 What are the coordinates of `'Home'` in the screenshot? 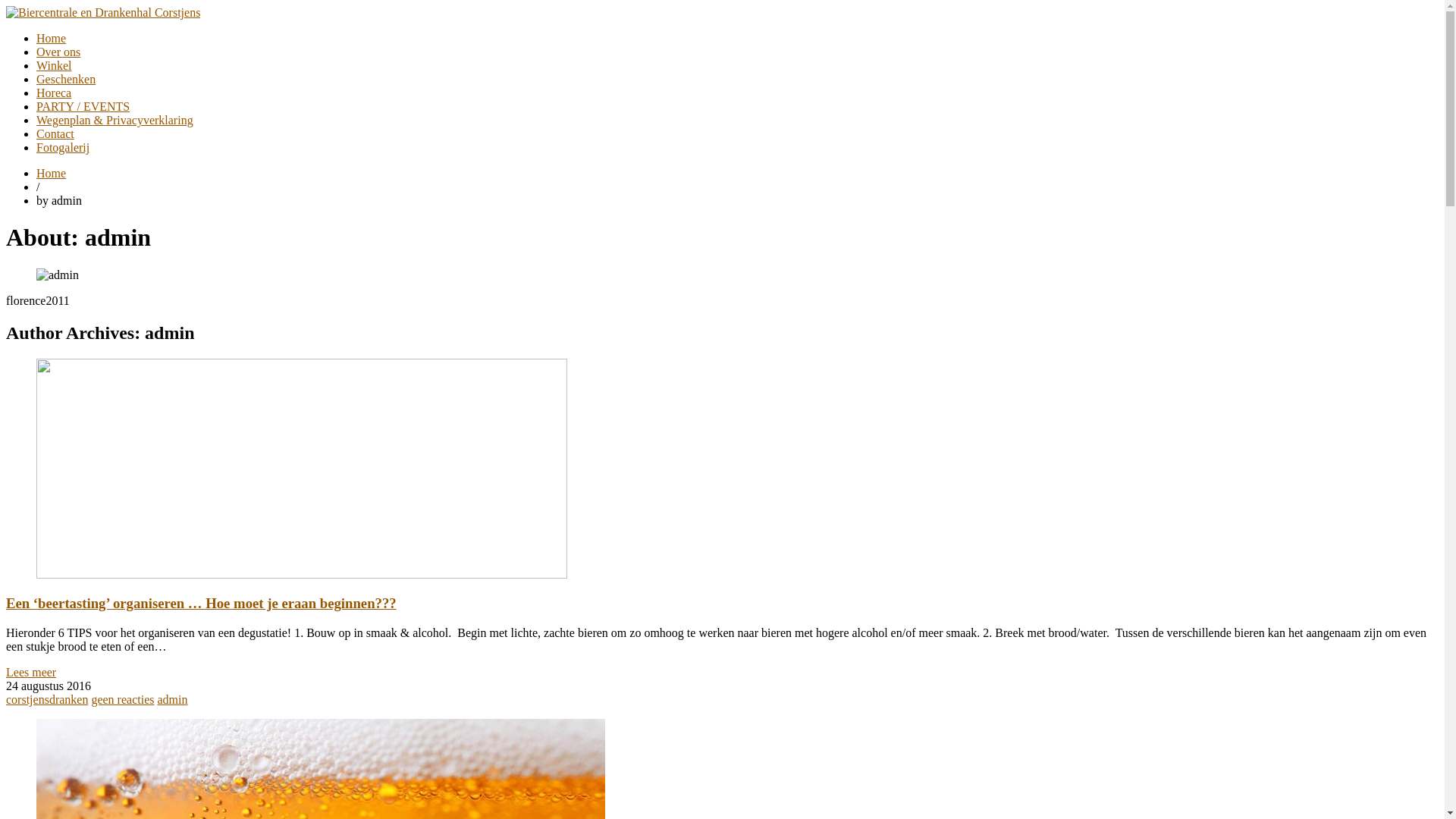 It's located at (51, 37).